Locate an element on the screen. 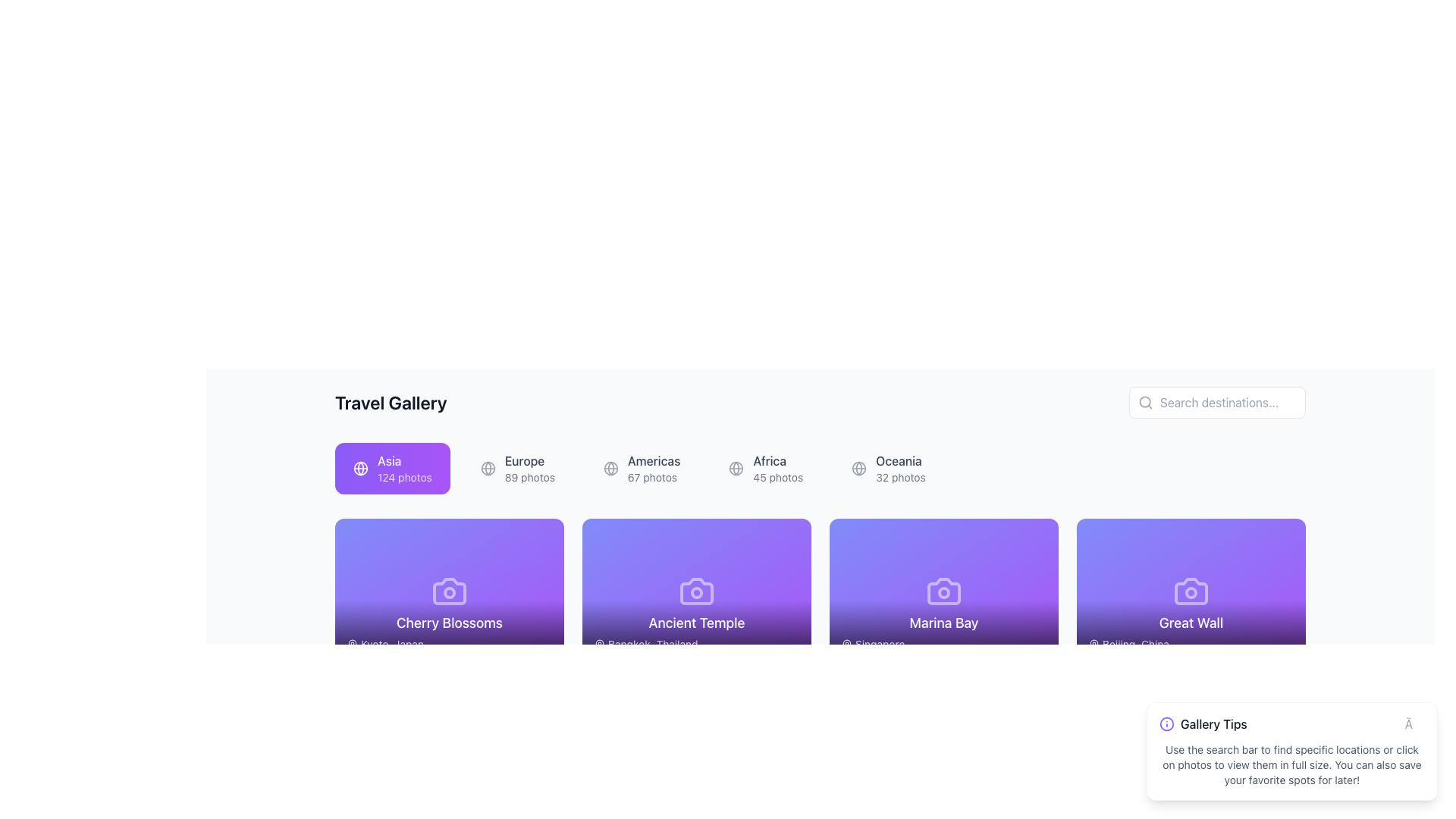 The image size is (1456, 819). text content of the informational overlay that describes 'Marina Bay, Singapore', located at the bottom of the card in the grid layout is located at coordinates (943, 632).